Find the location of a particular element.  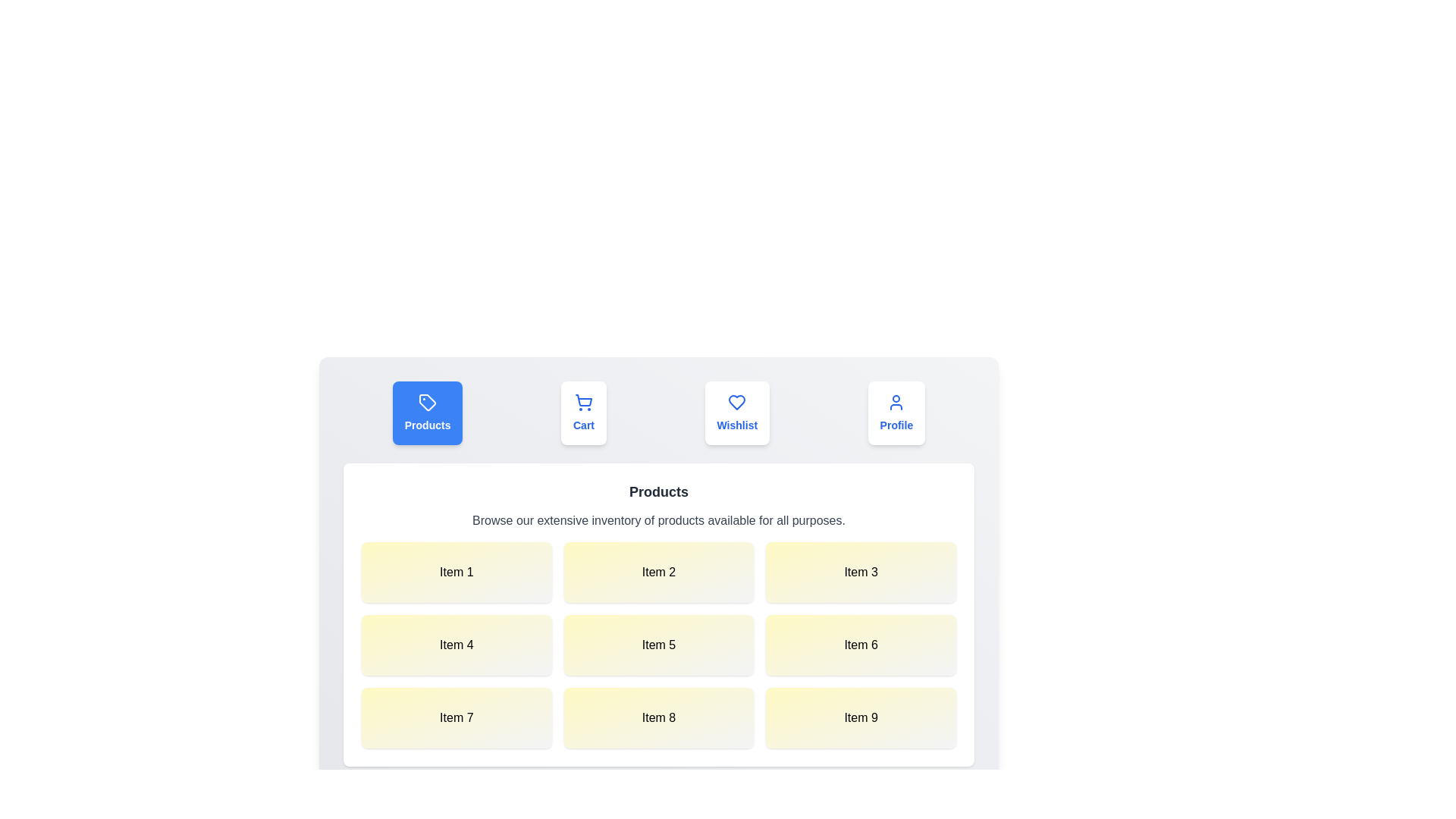

the tab labeled Cart to trigger its hover effect is located at coordinates (582, 413).